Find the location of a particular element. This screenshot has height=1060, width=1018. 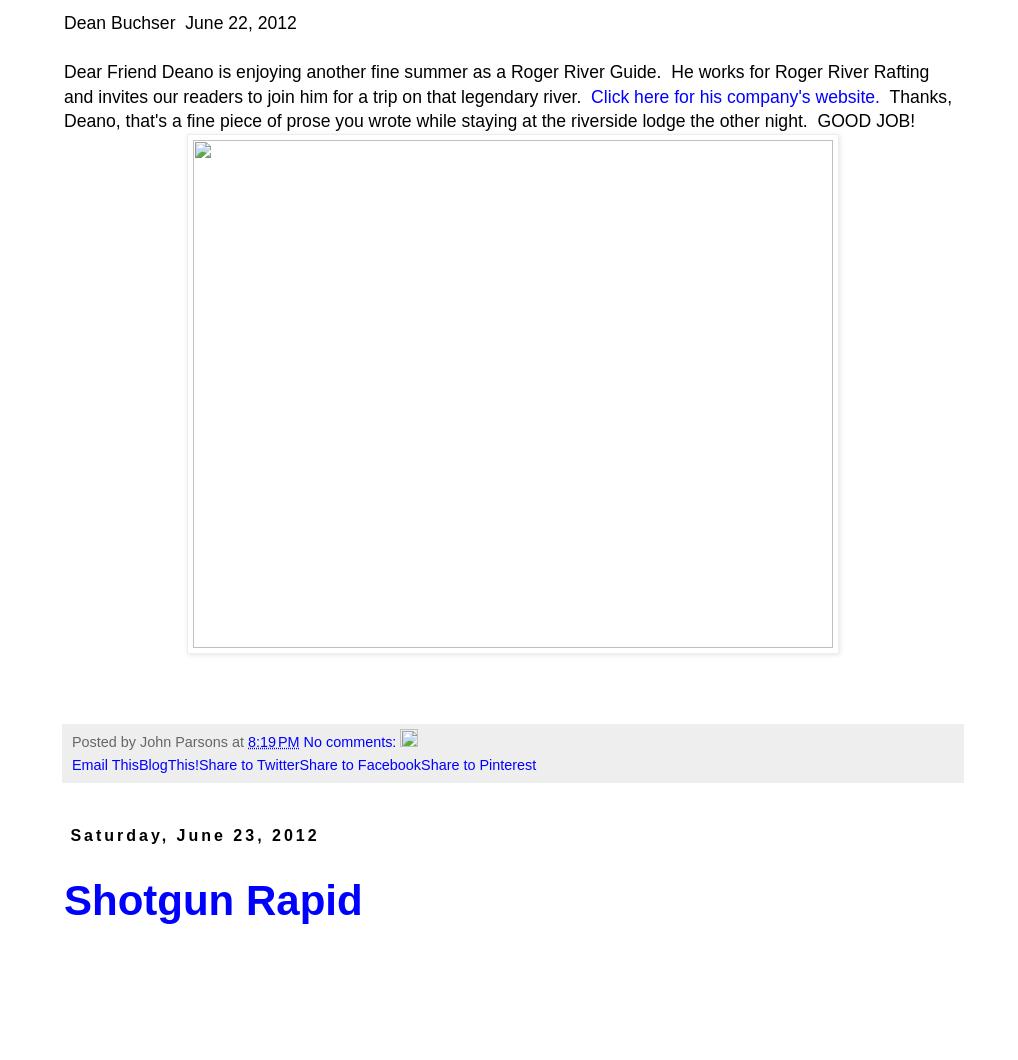

'Click here for his company's website.' is located at coordinates (734, 96).